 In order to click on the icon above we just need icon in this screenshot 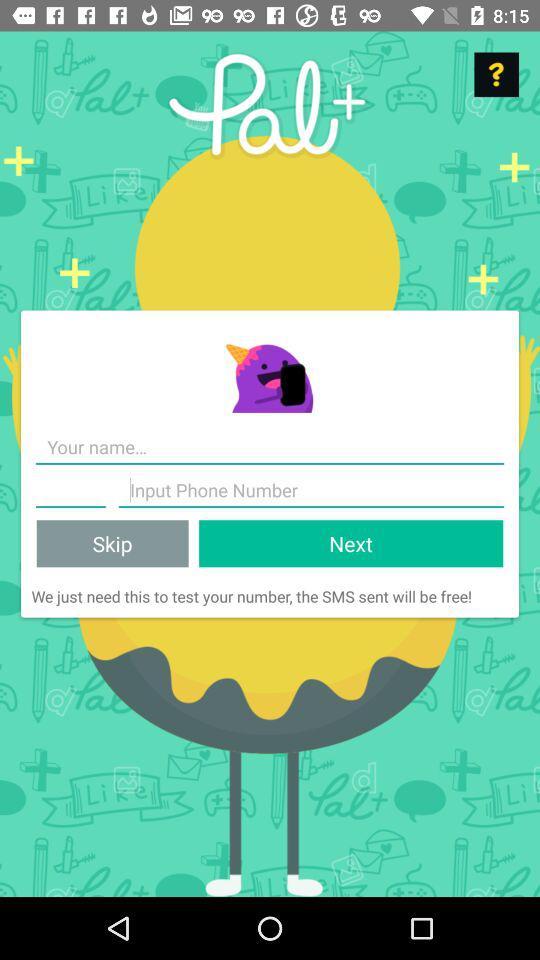, I will do `click(112, 543)`.